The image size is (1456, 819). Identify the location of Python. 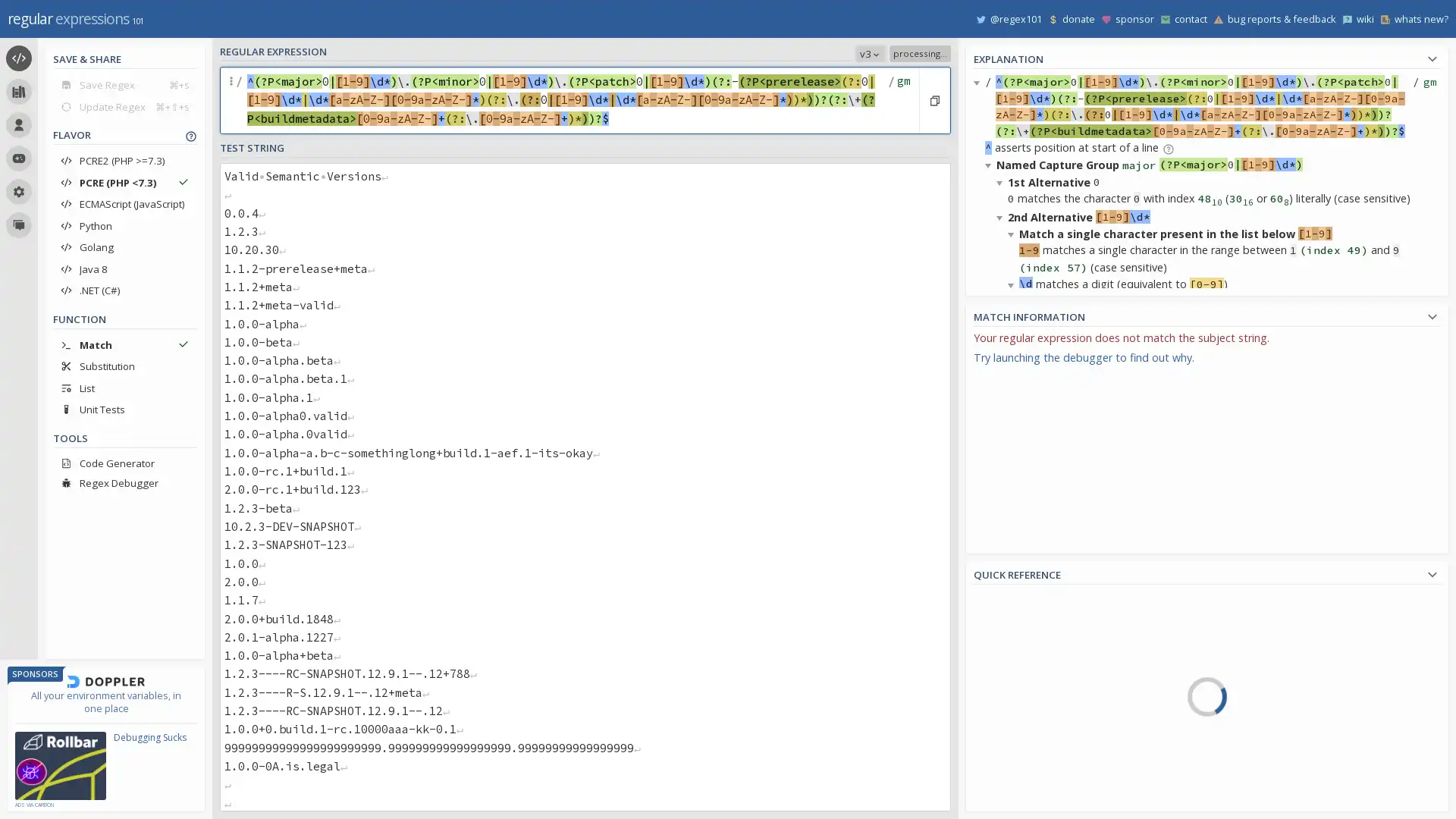
(124, 225).